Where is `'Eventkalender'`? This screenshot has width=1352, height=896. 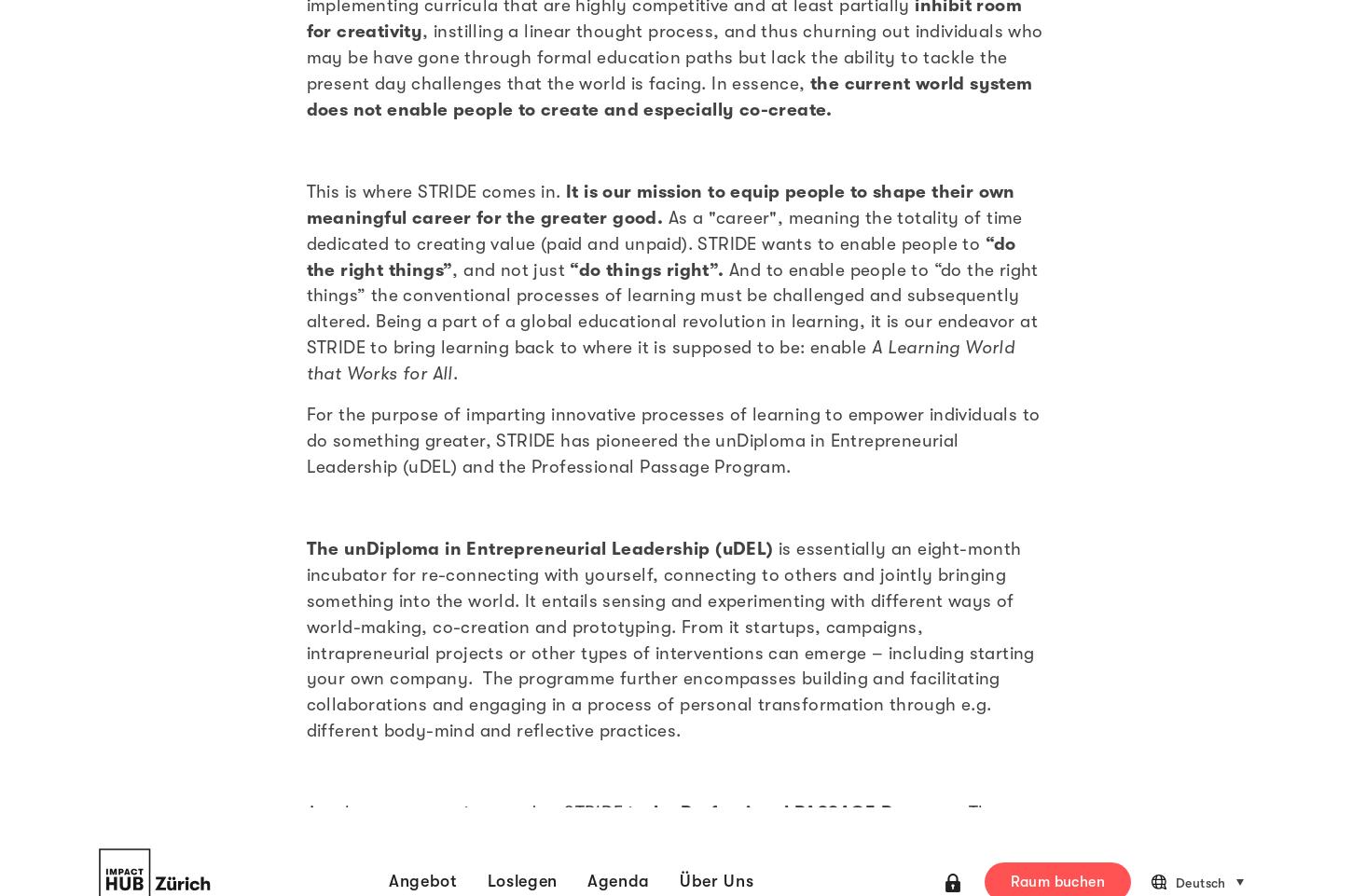 'Eventkalender' is located at coordinates (898, 749).